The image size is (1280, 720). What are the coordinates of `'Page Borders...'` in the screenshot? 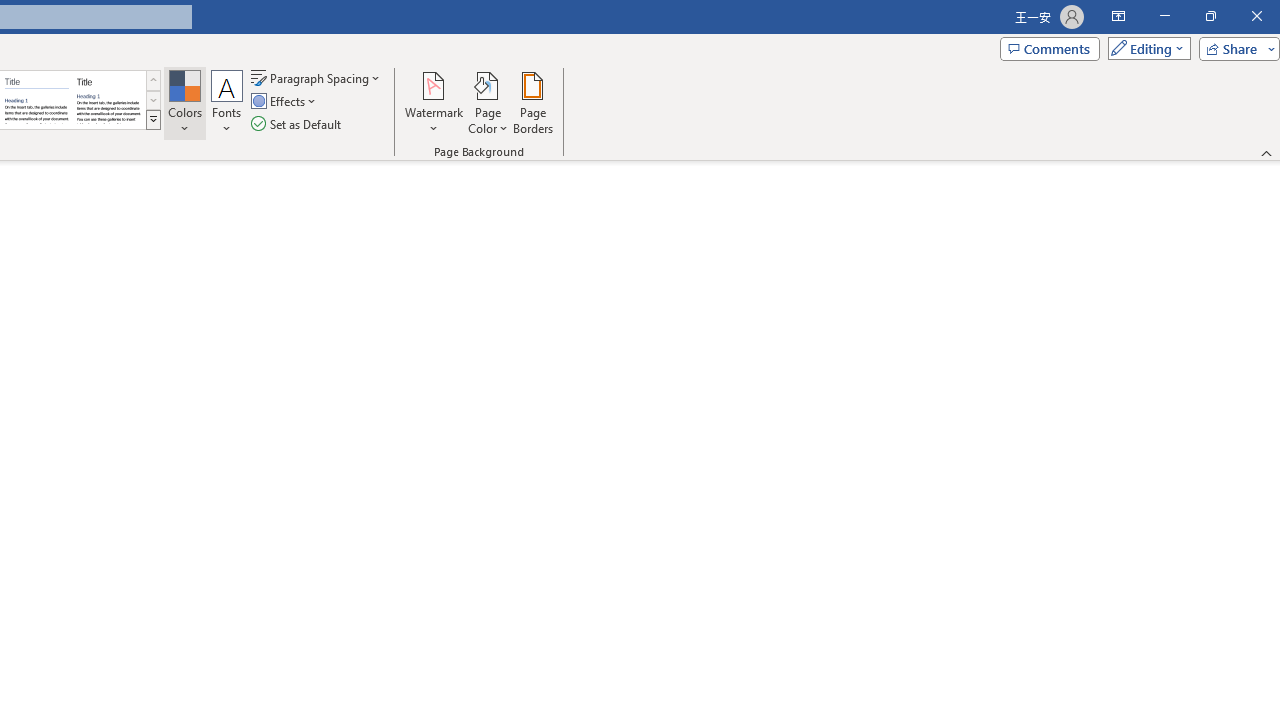 It's located at (533, 103).